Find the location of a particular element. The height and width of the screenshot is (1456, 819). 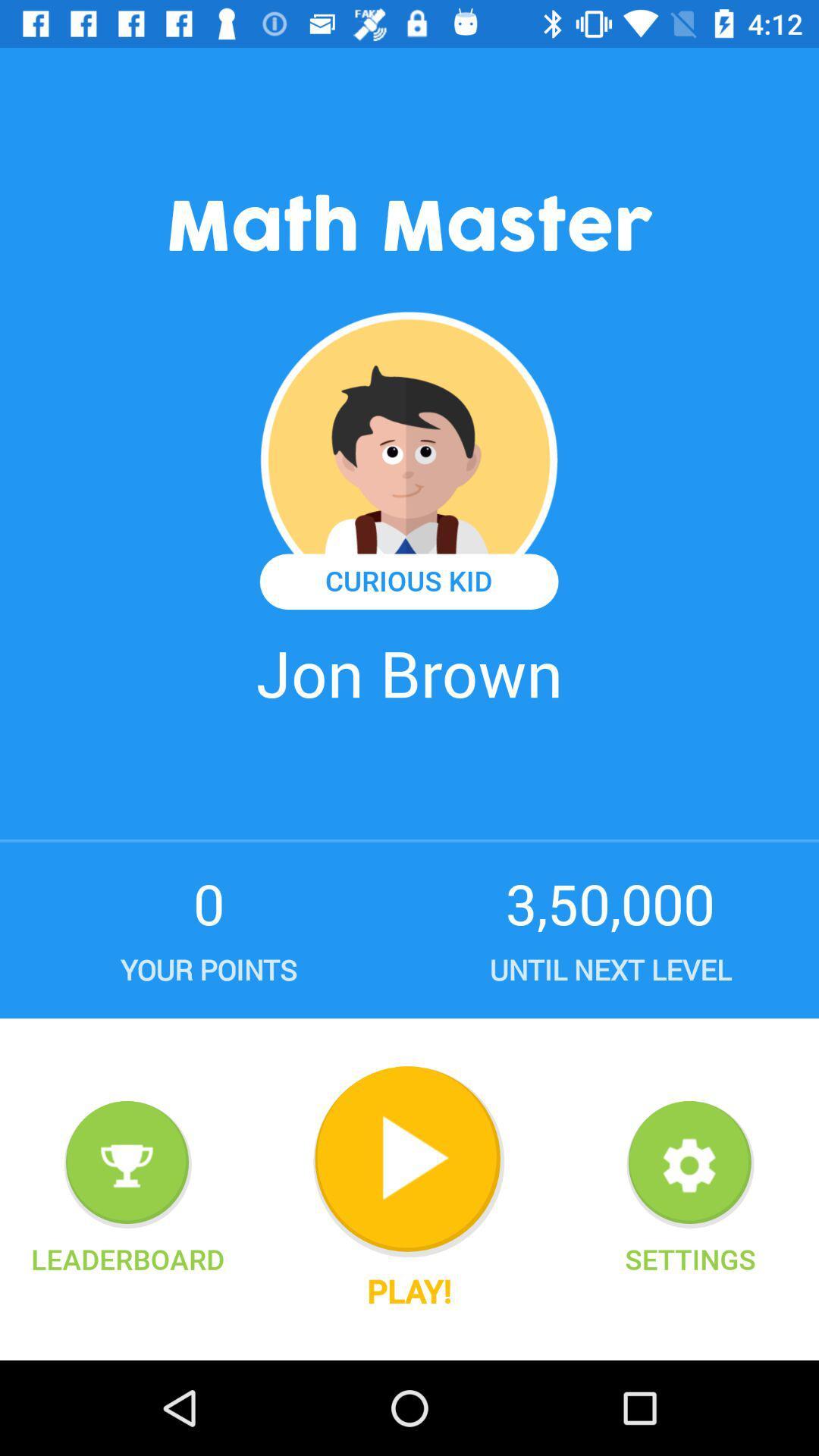

movie is located at coordinates (408, 1161).